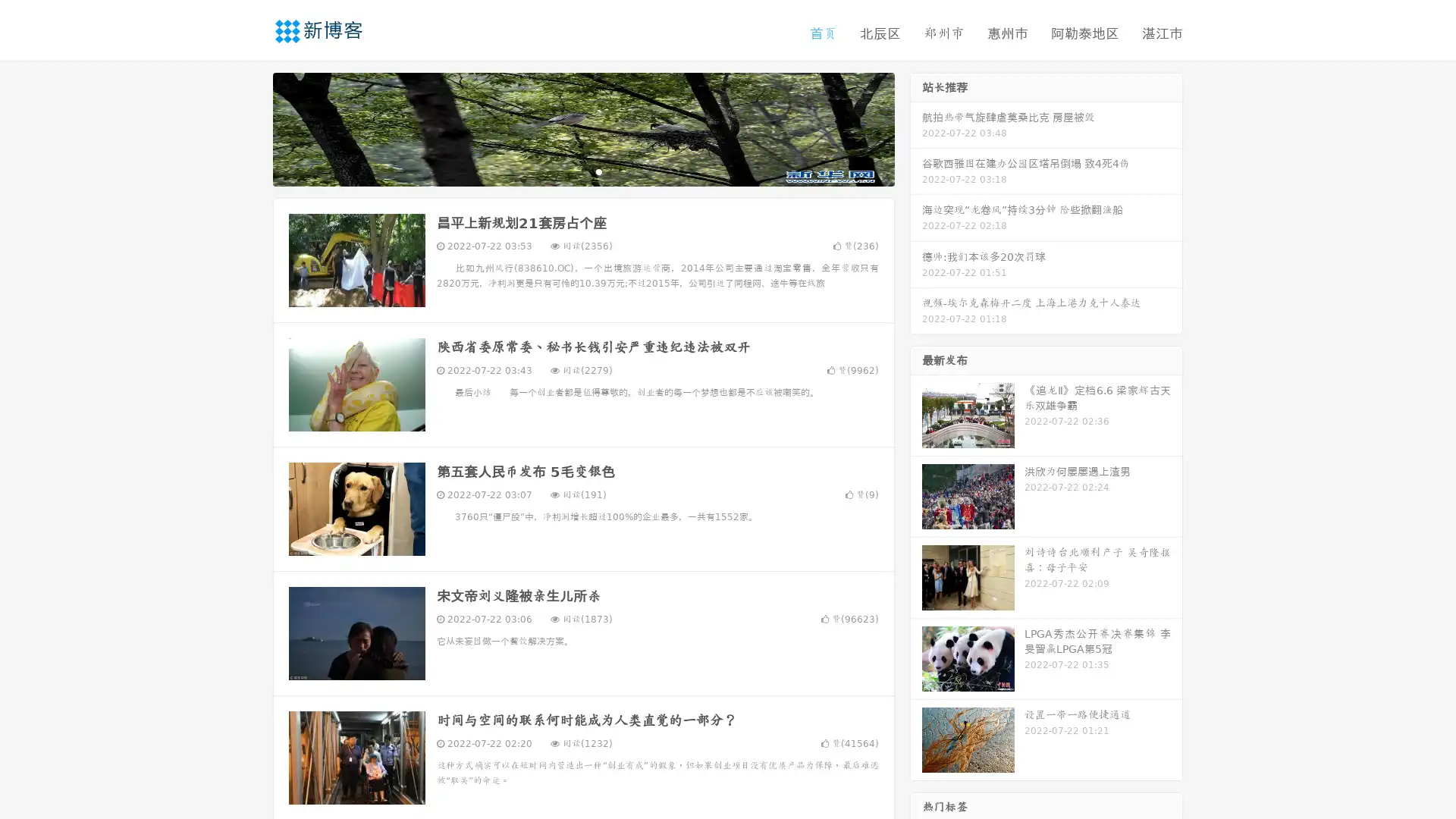 The height and width of the screenshot is (819, 1456). I want to click on Next slide, so click(916, 127).